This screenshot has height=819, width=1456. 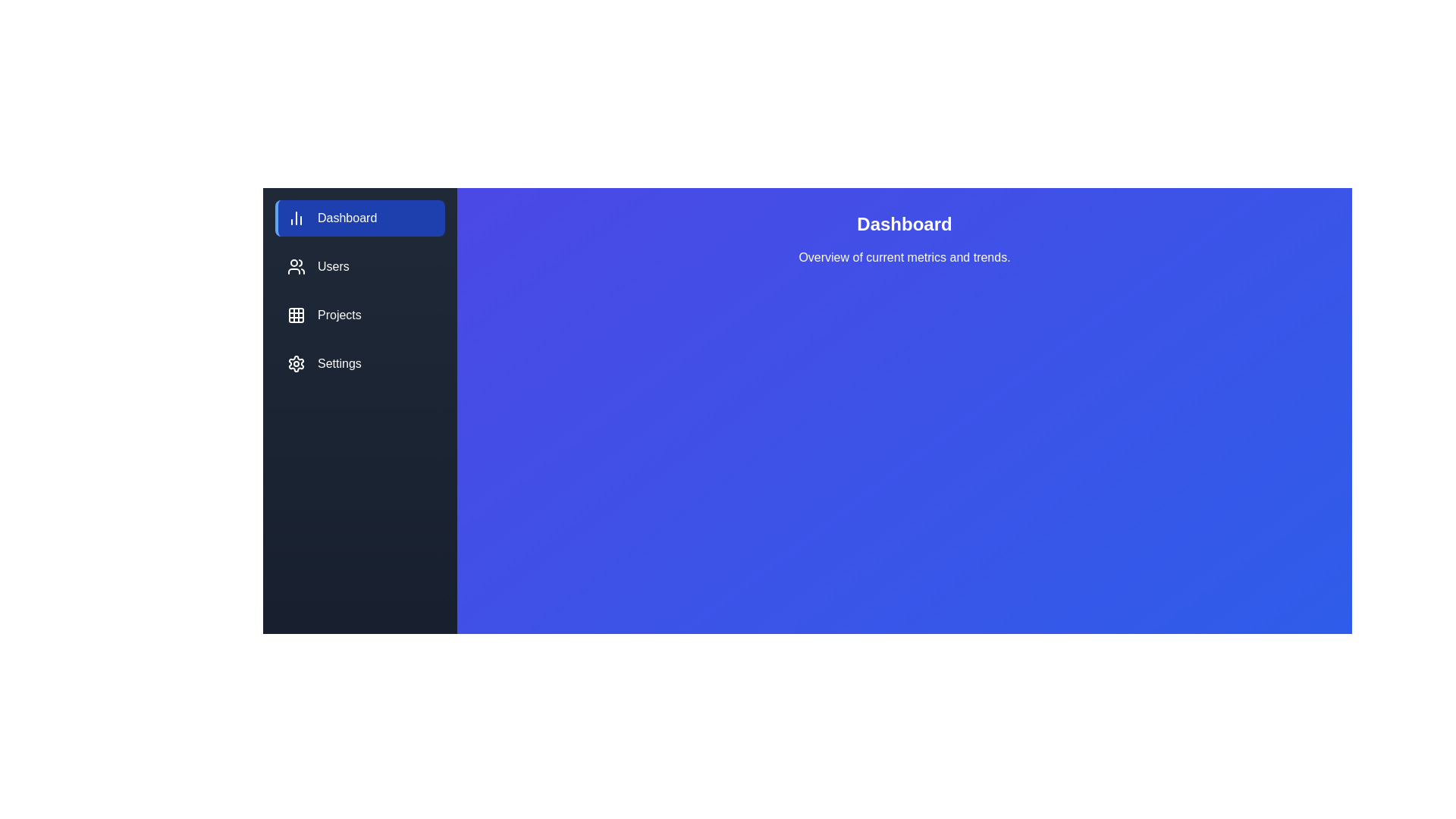 I want to click on the Dashboard tab to observe visual feedback, so click(x=359, y=218).